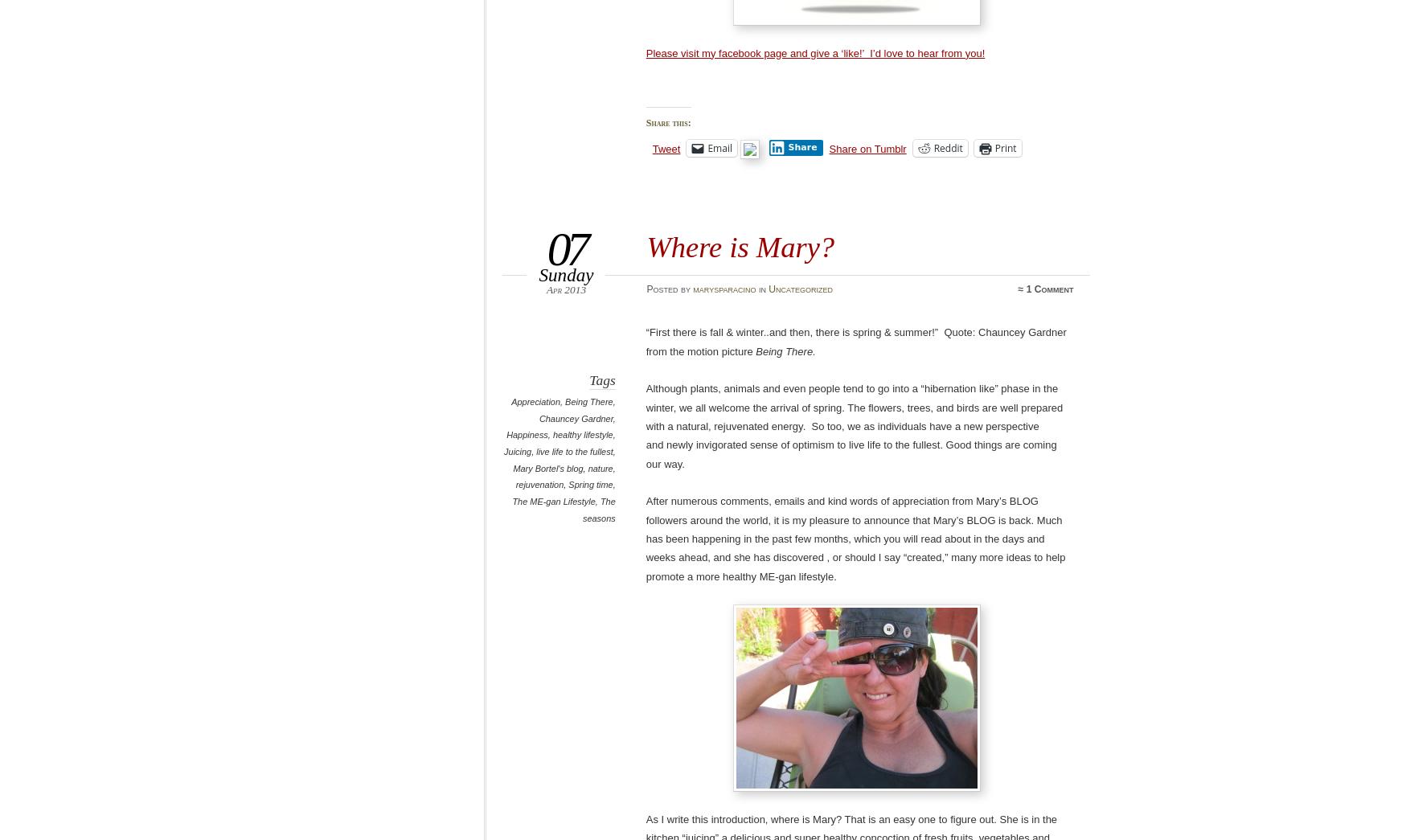 Image resolution: width=1406 pixels, height=840 pixels. I want to click on 'The seasons', so click(598, 509).